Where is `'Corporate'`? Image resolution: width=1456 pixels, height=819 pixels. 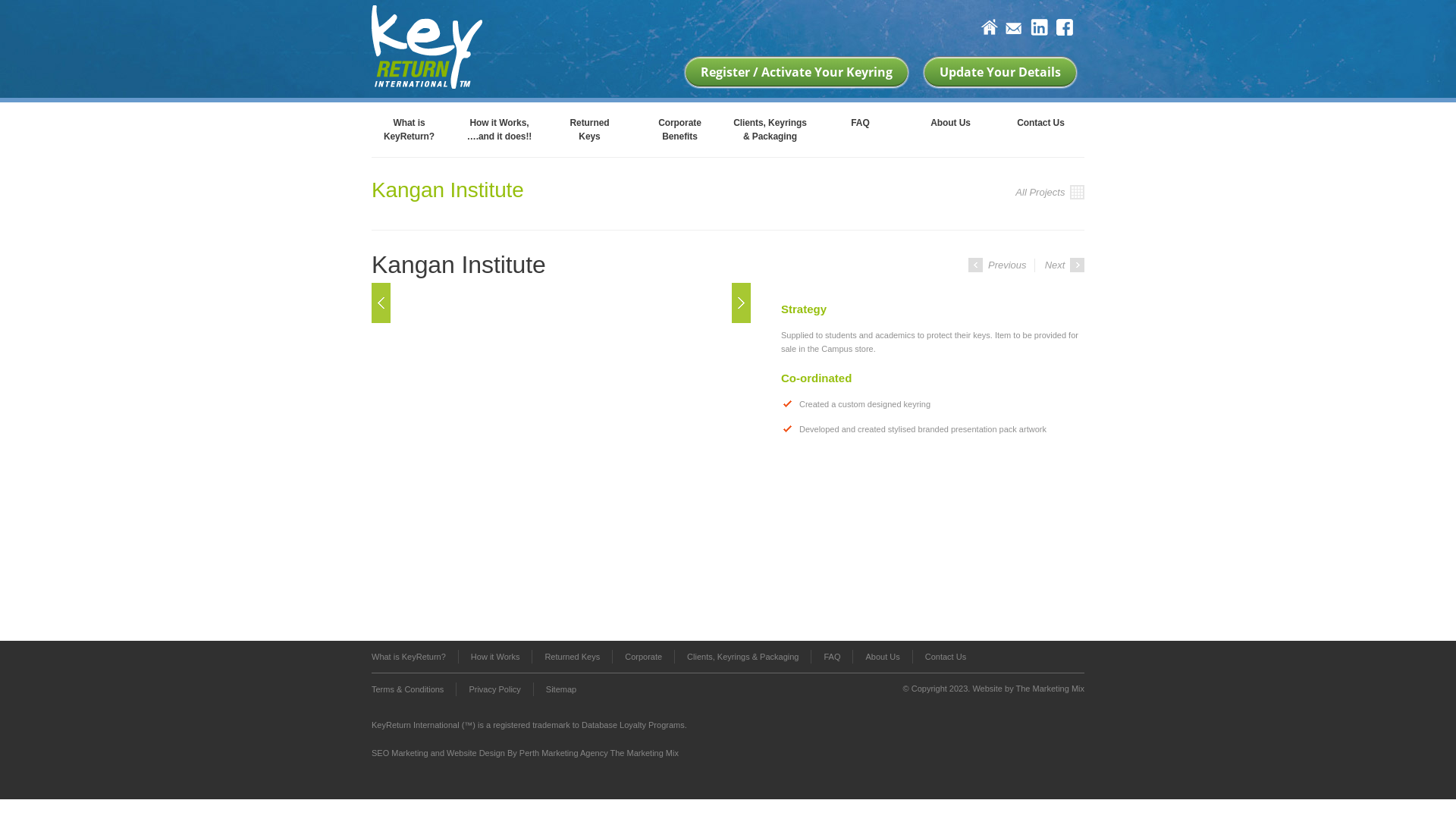
'Corporate' is located at coordinates (643, 656).